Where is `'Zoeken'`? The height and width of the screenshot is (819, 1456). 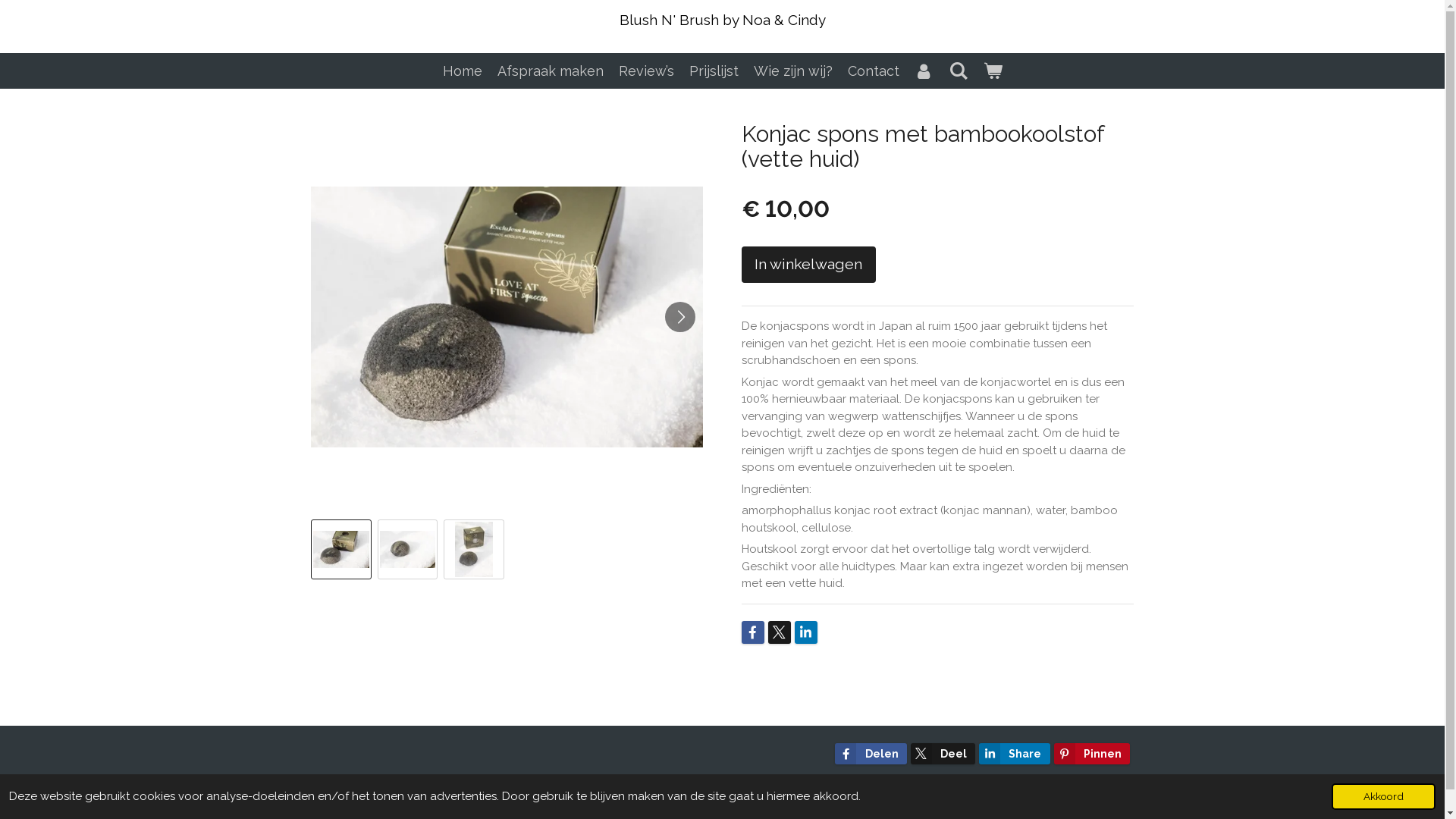 'Zoeken' is located at coordinates (957, 71).